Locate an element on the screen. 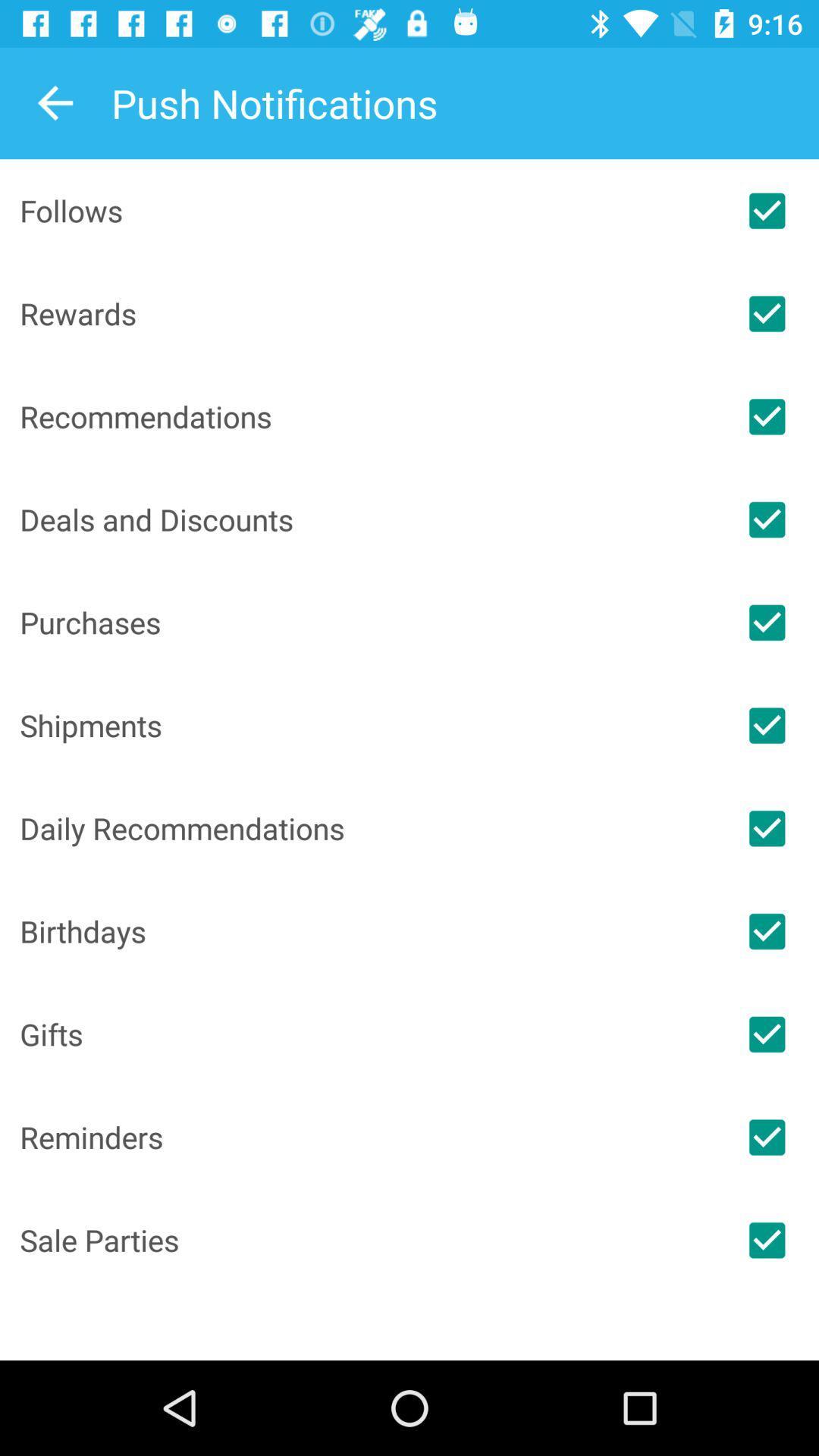 The width and height of the screenshot is (819, 1456). daily recommendations icon is located at coordinates (367, 827).